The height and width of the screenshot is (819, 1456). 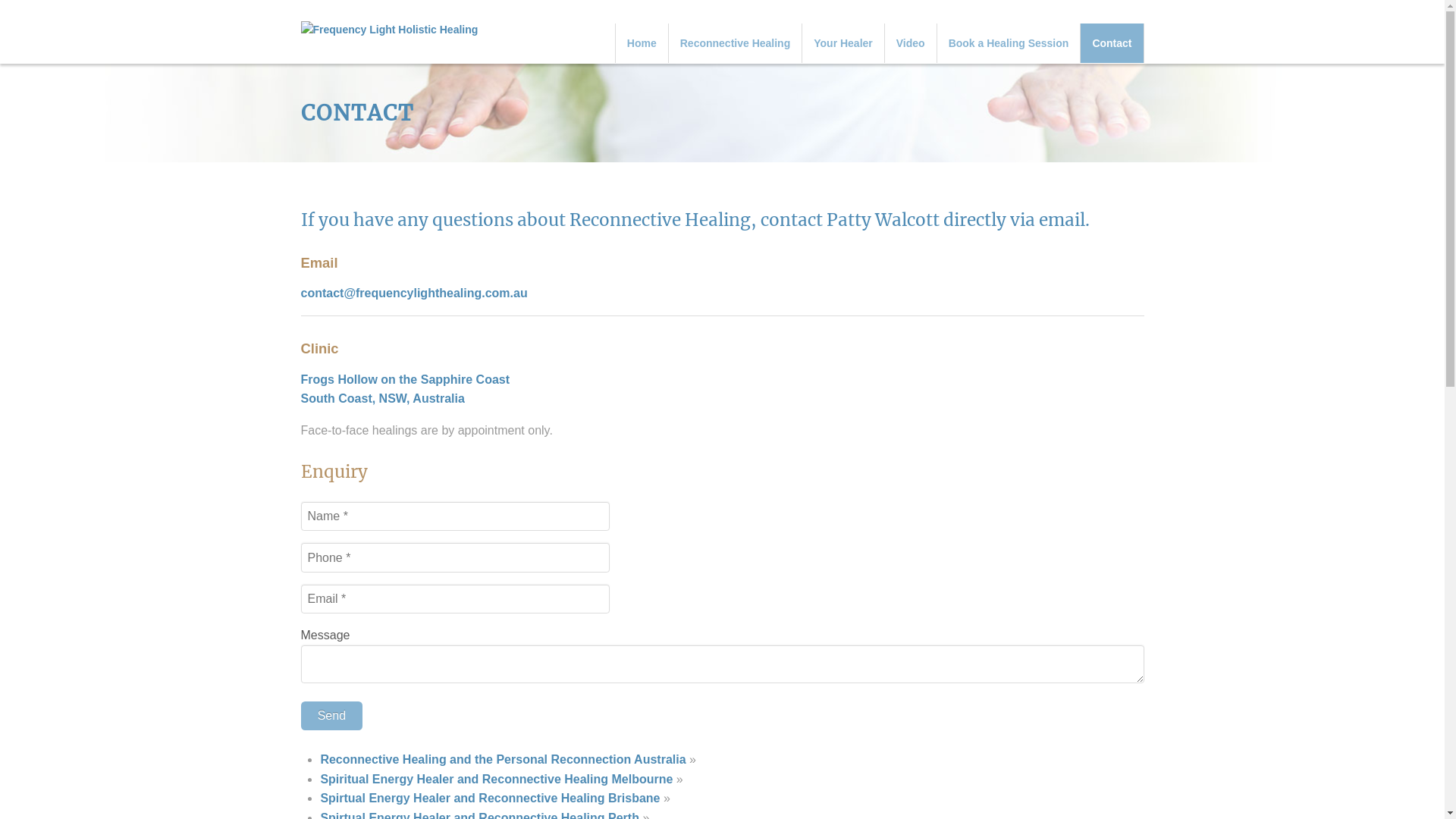 What do you see at coordinates (910, 42) in the screenshot?
I see `'Video'` at bounding box center [910, 42].